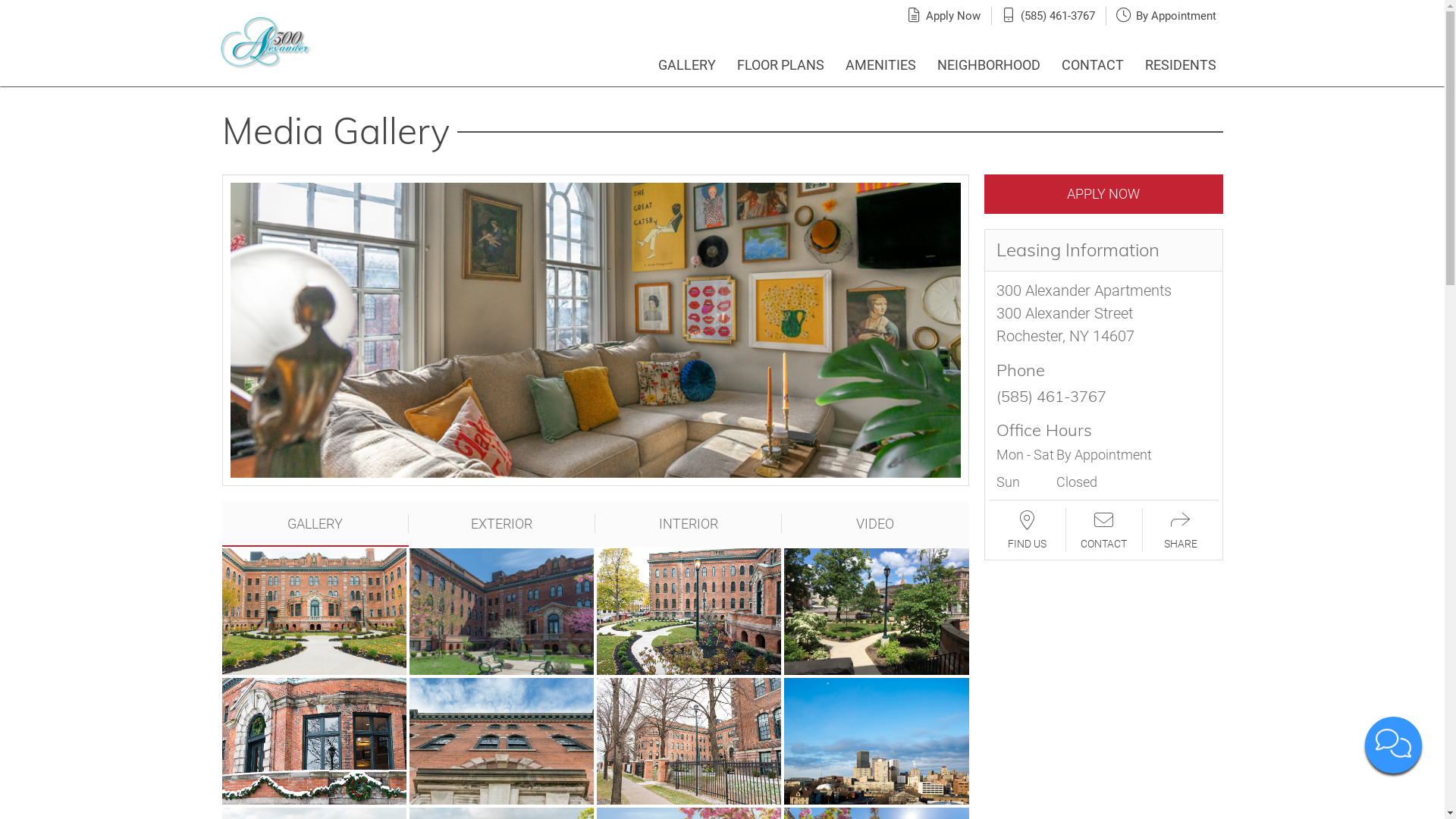 The height and width of the screenshot is (819, 1456). I want to click on 'SHARE', so click(1178, 529).